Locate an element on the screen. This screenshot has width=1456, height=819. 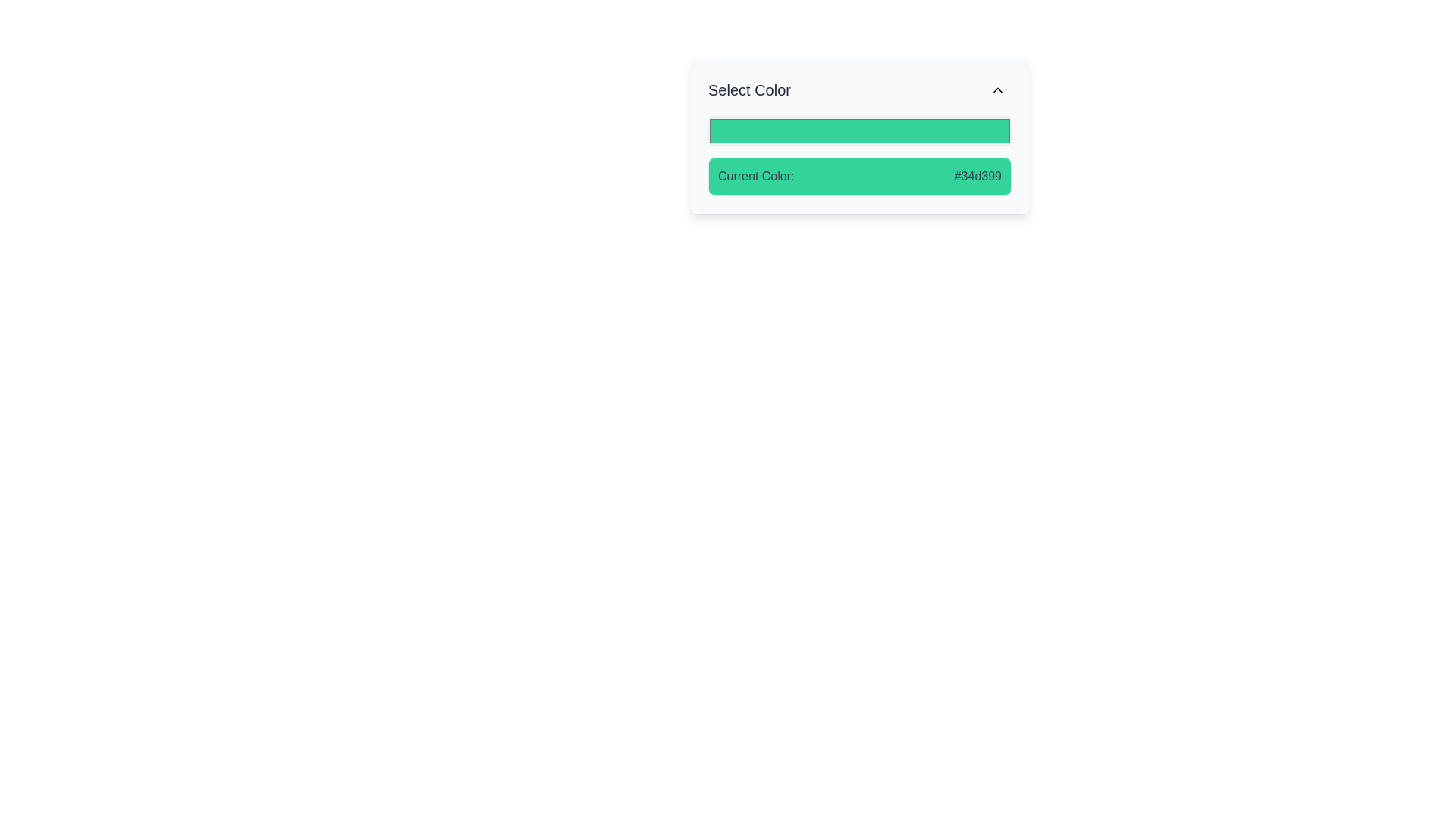
the text label displaying 'Current Color:' which is styled with a gray font color and positioned inside a highlighted green box is located at coordinates (756, 175).